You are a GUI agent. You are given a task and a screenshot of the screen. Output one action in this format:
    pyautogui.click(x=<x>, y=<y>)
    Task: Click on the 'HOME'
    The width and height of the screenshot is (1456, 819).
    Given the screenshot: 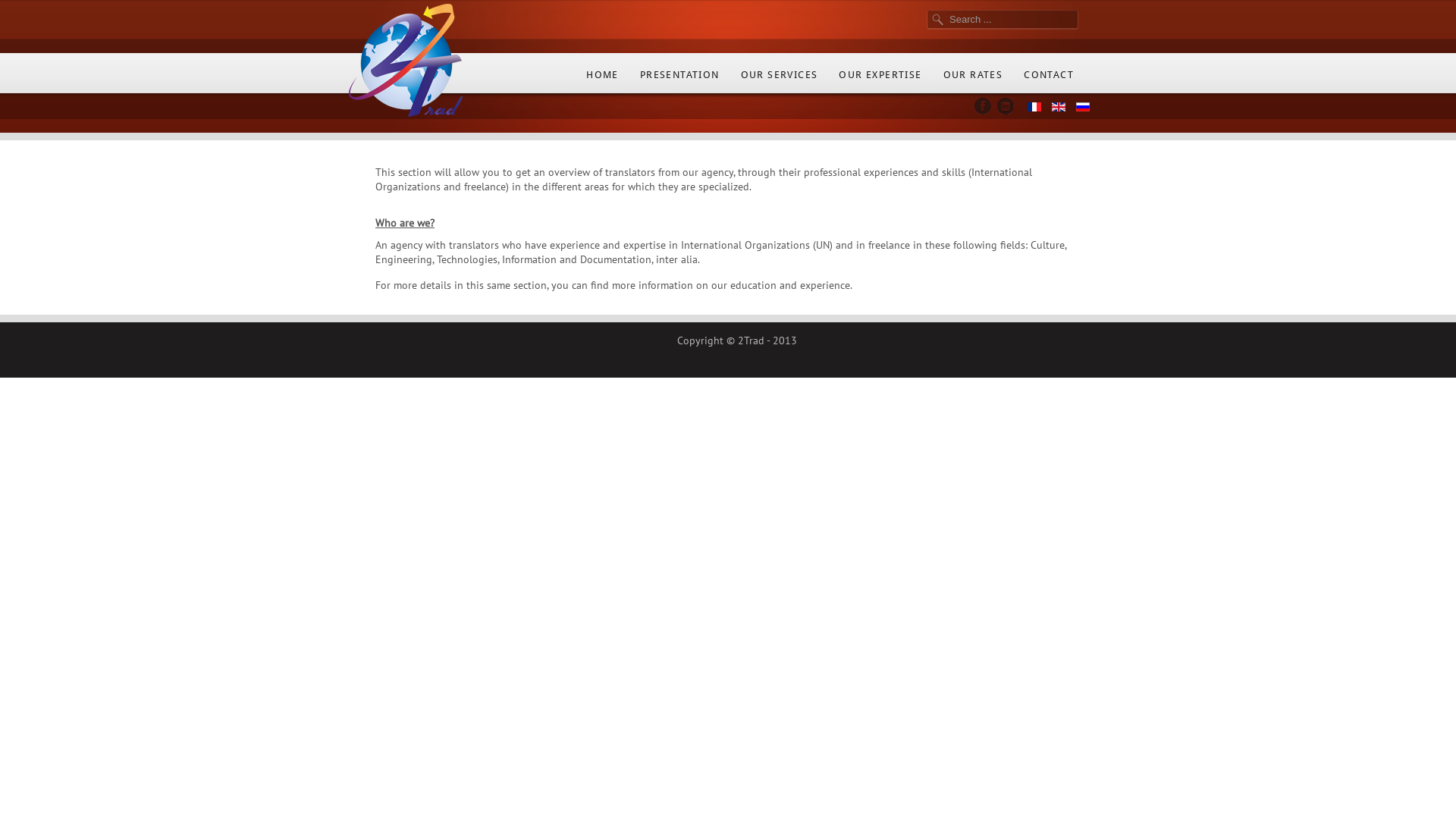 What is the action you would take?
    pyautogui.click(x=601, y=79)
    